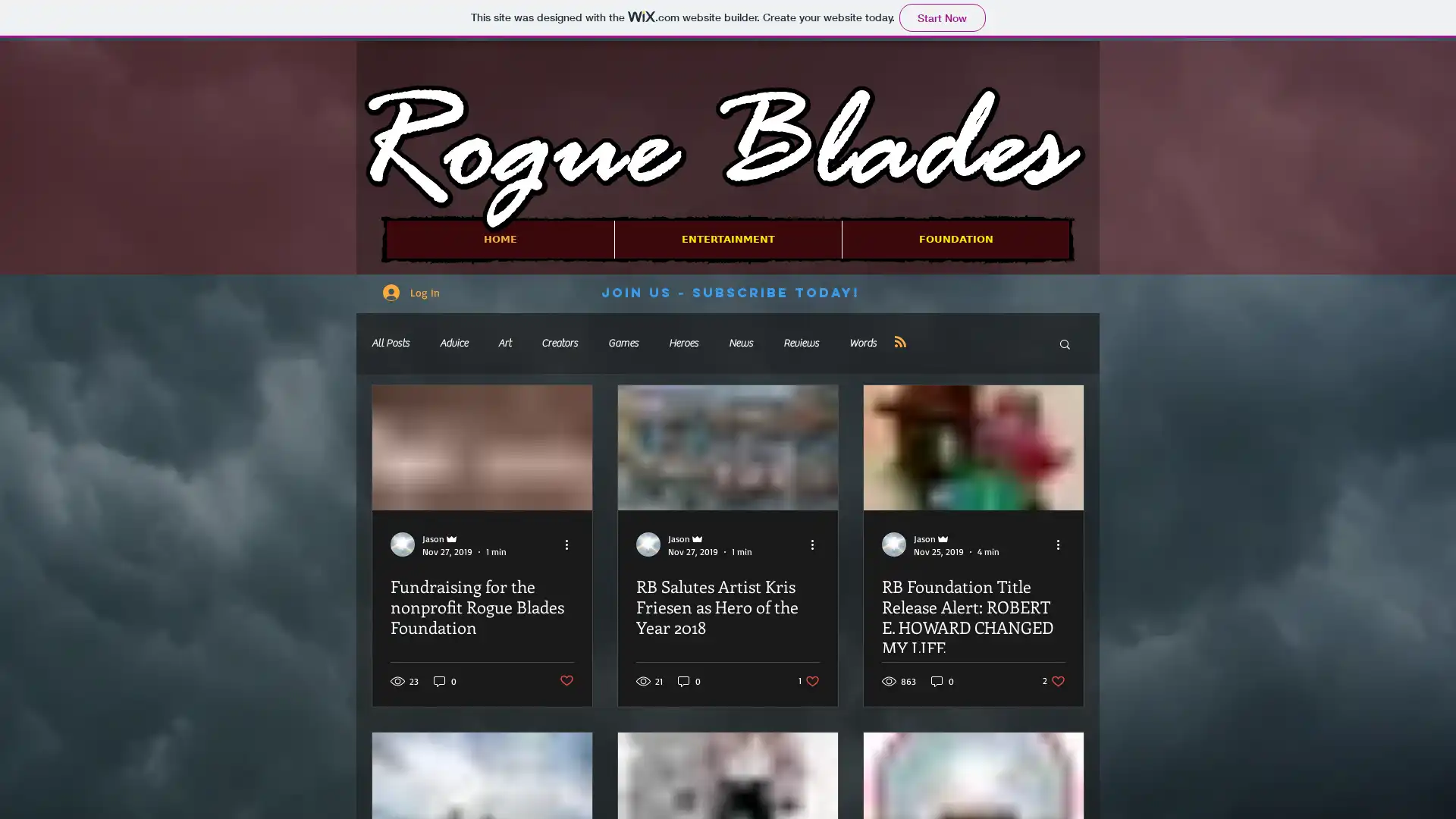 The image size is (1456, 819). What do you see at coordinates (741, 343) in the screenshot?
I see `News` at bounding box center [741, 343].